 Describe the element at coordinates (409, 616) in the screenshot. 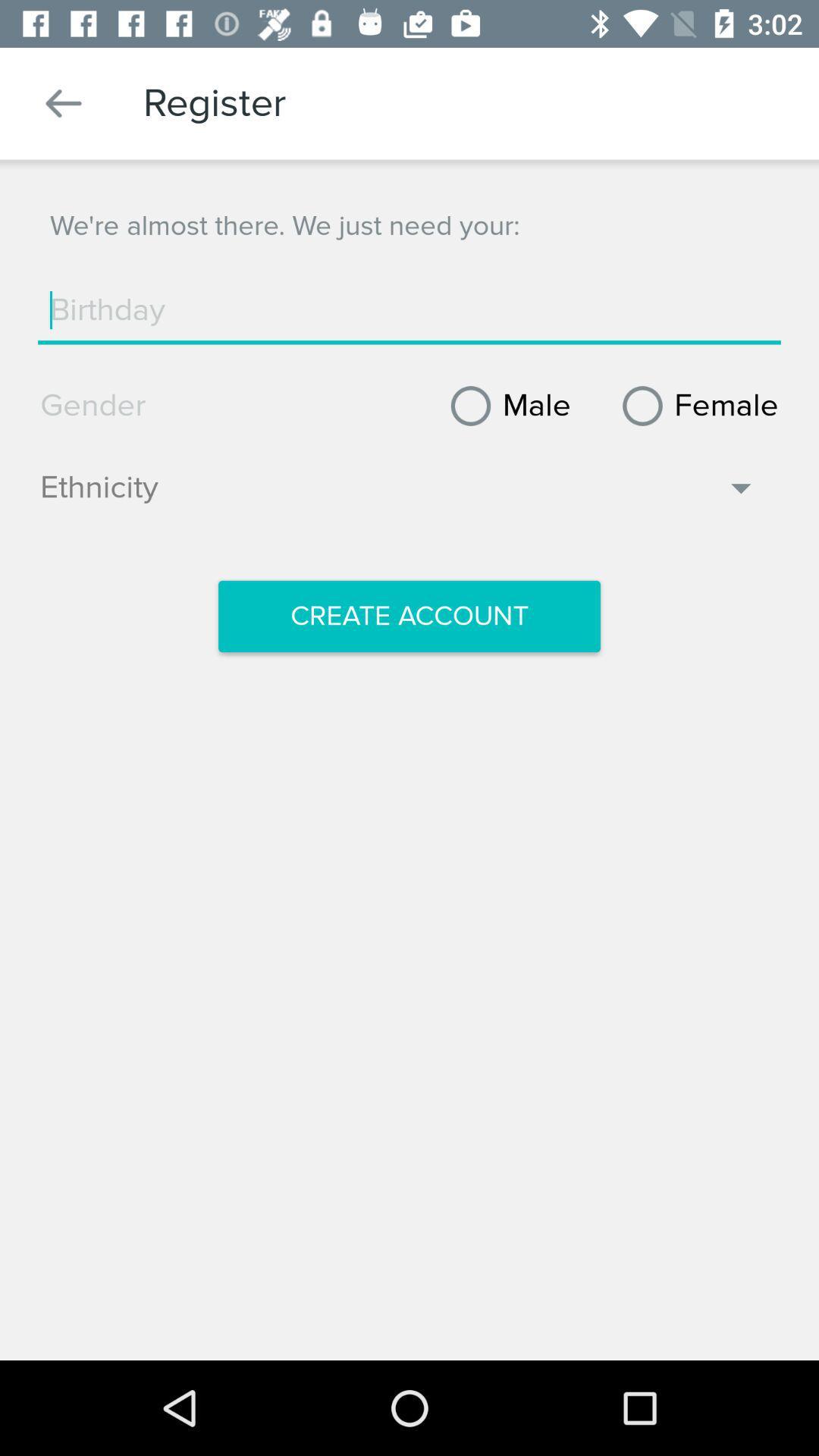

I see `create account` at that location.